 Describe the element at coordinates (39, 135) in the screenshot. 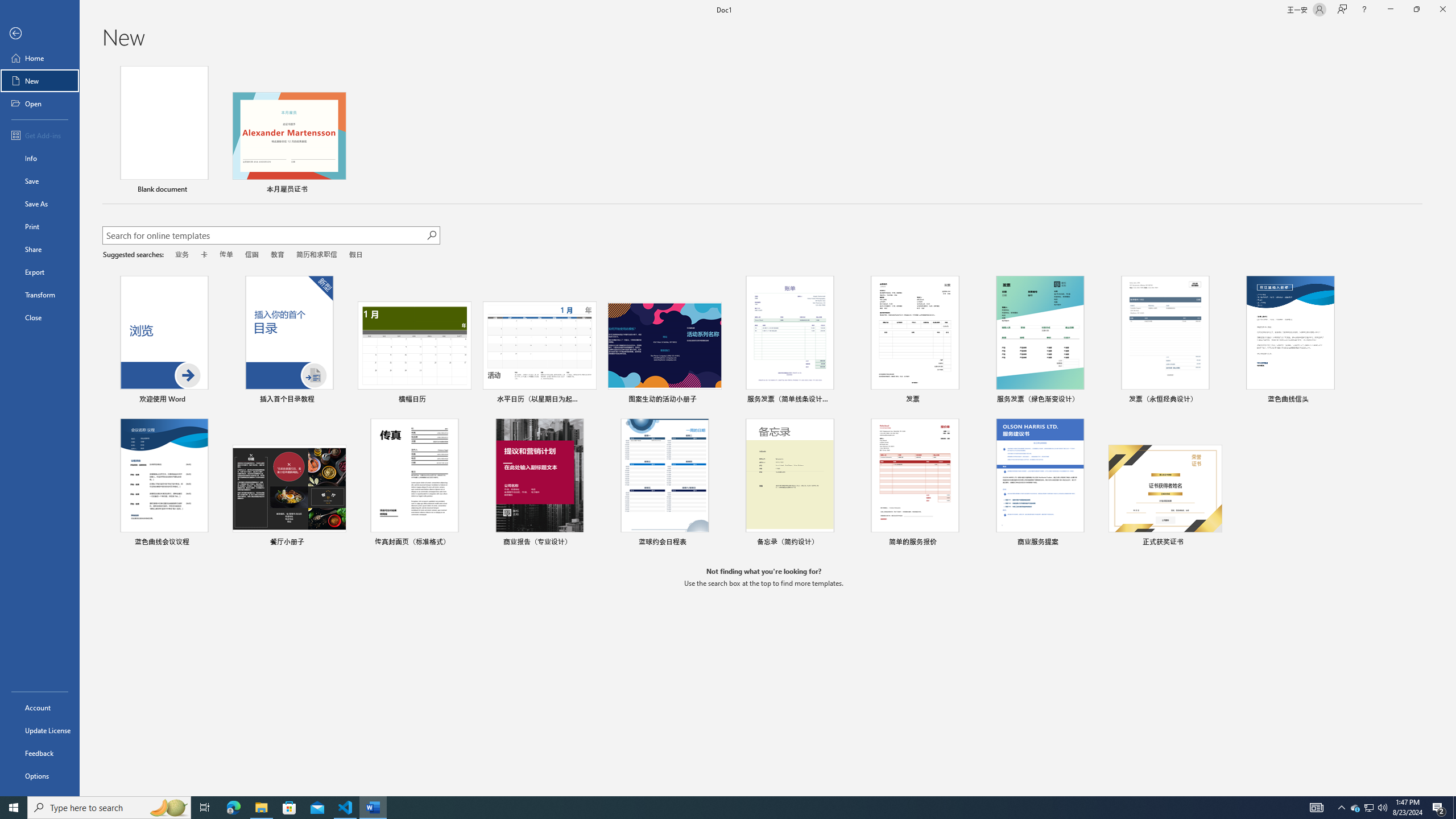

I see `'Get Add-ins'` at that location.